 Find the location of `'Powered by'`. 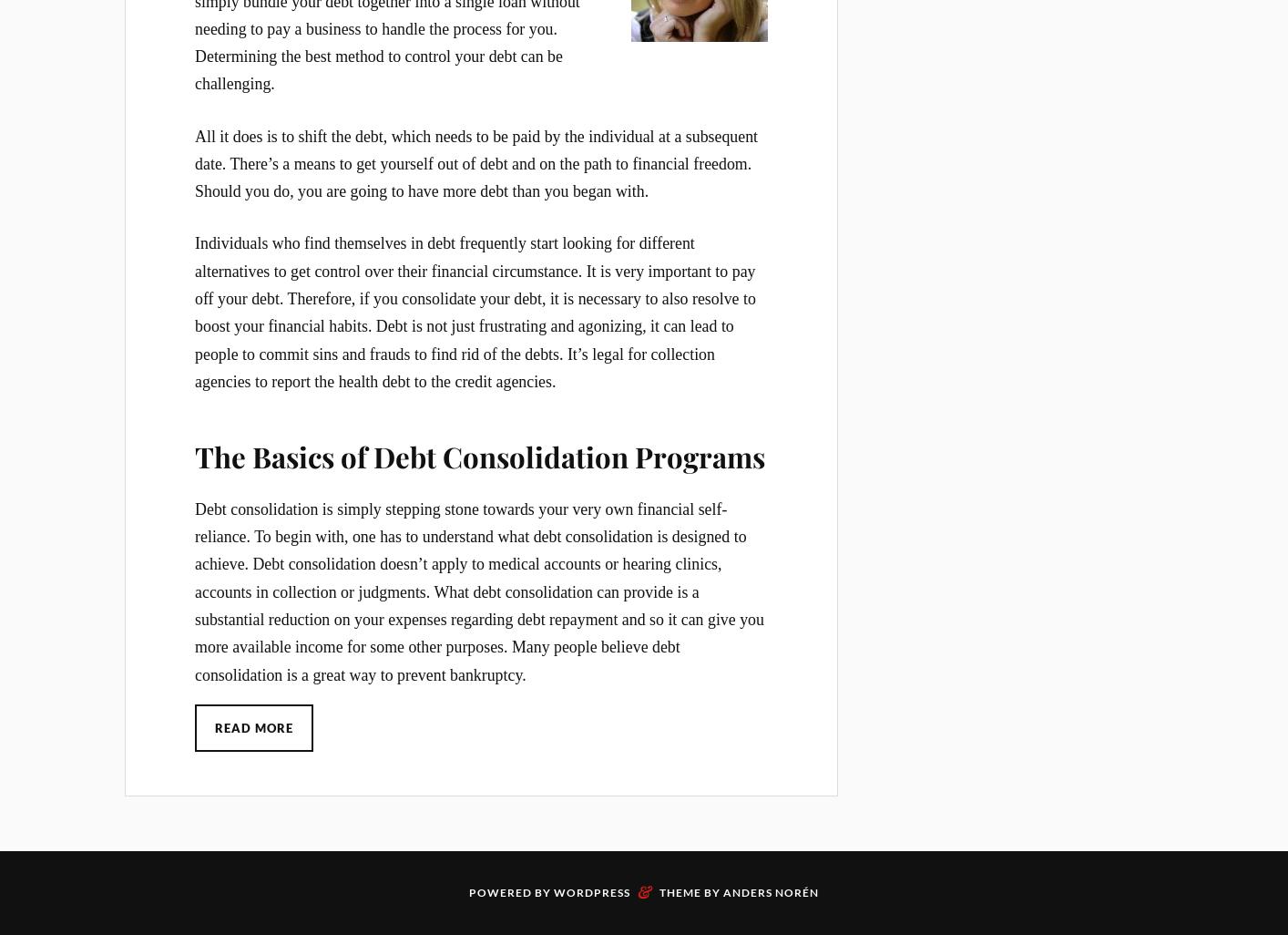

'Powered by' is located at coordinates (511, 891).